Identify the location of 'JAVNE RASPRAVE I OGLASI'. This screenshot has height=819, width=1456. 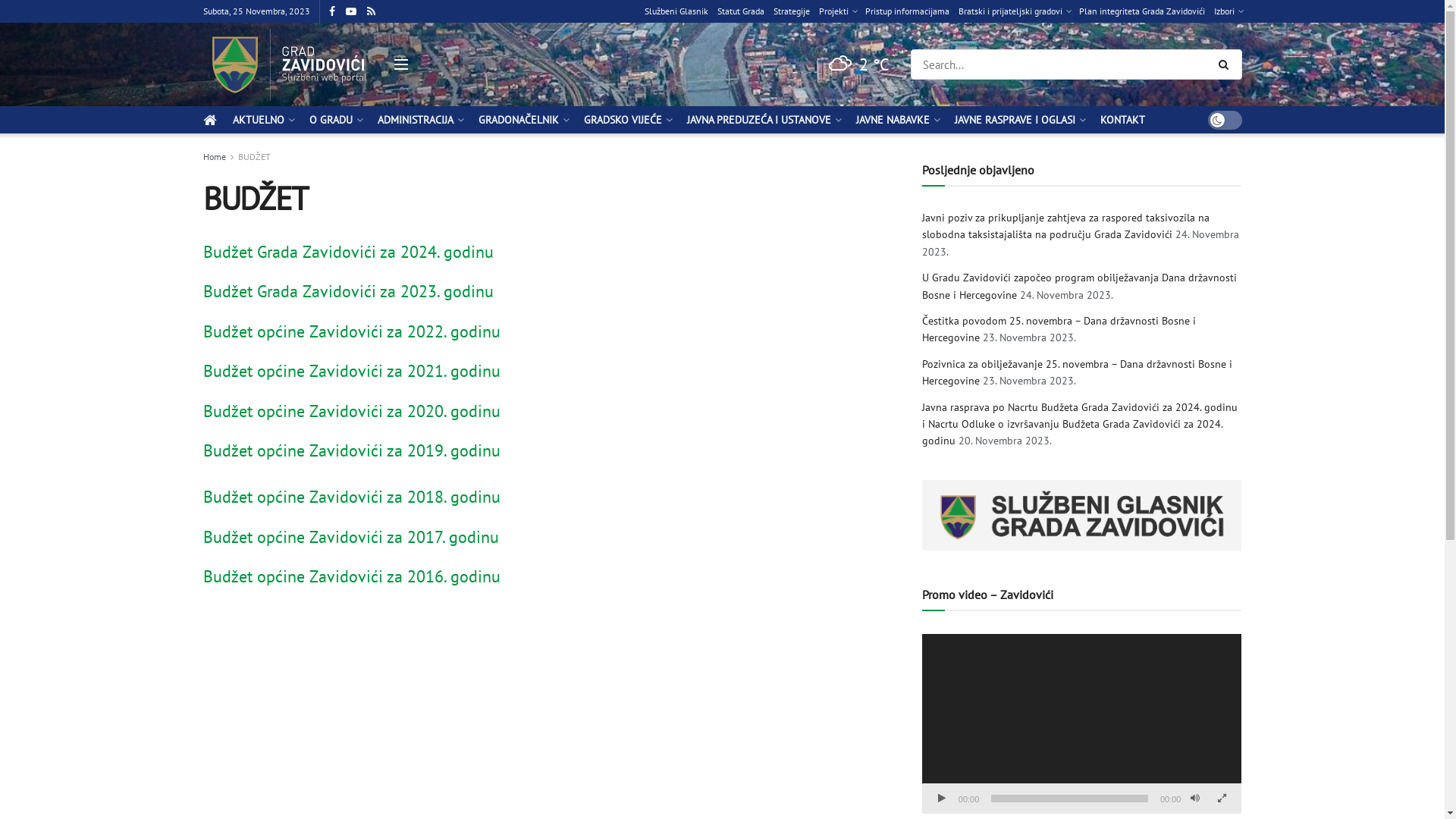
(1018, 119).